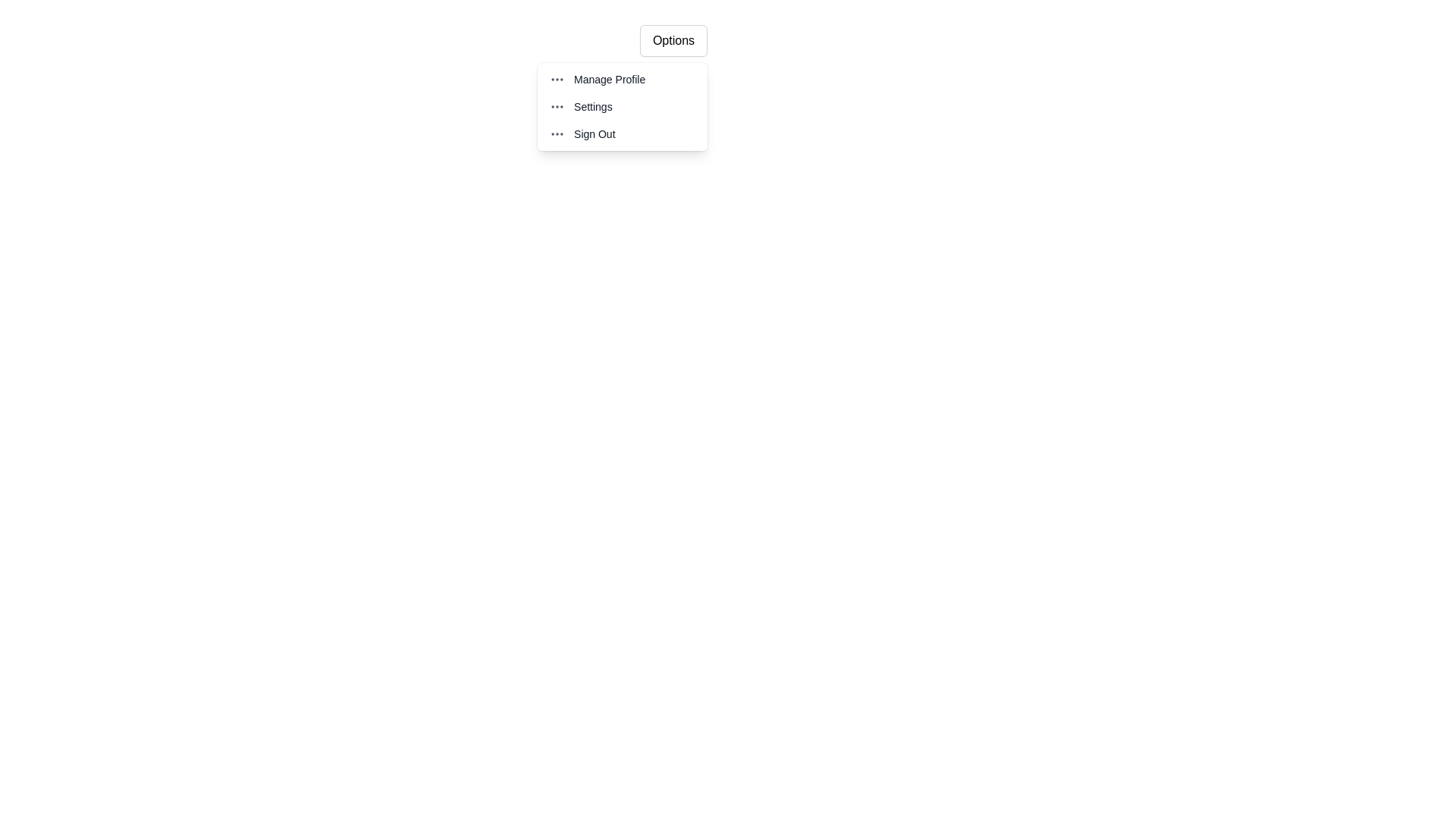 The width and height of the screenshot is (1456, 819). Describe the element at coordinates (673, 40) in the screenshot. I see `the dropdown menu trigger button located at the top-right of the dropdown menu group to indicate focus` at that location.